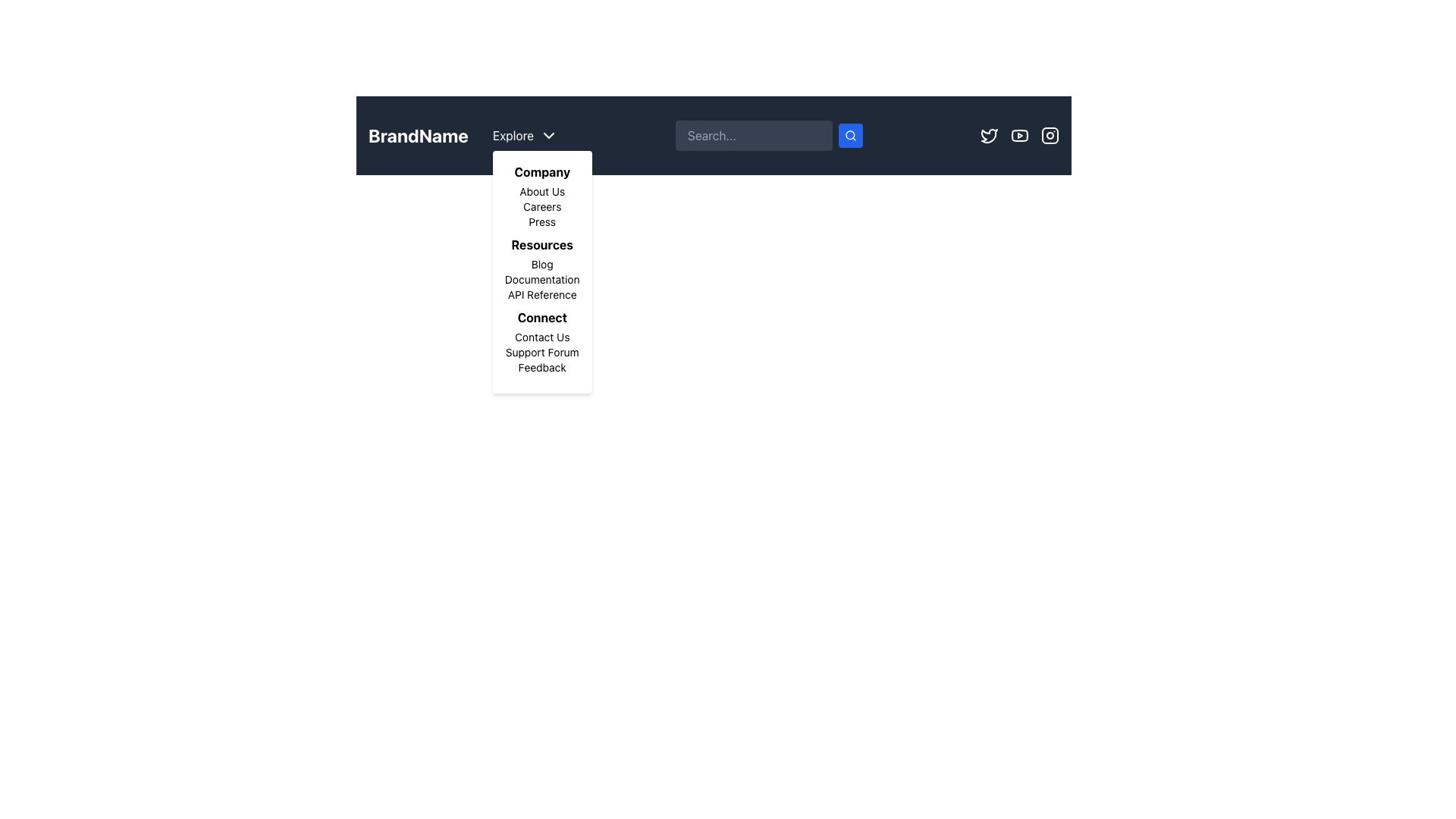 This screenshot has height=819, width=1456. What do you see at coordinates (542, 207) in the screenshot?
I see `the Navigation link located in the dropdown menu of the website's navigation bar` at bounding box center [542, 207].